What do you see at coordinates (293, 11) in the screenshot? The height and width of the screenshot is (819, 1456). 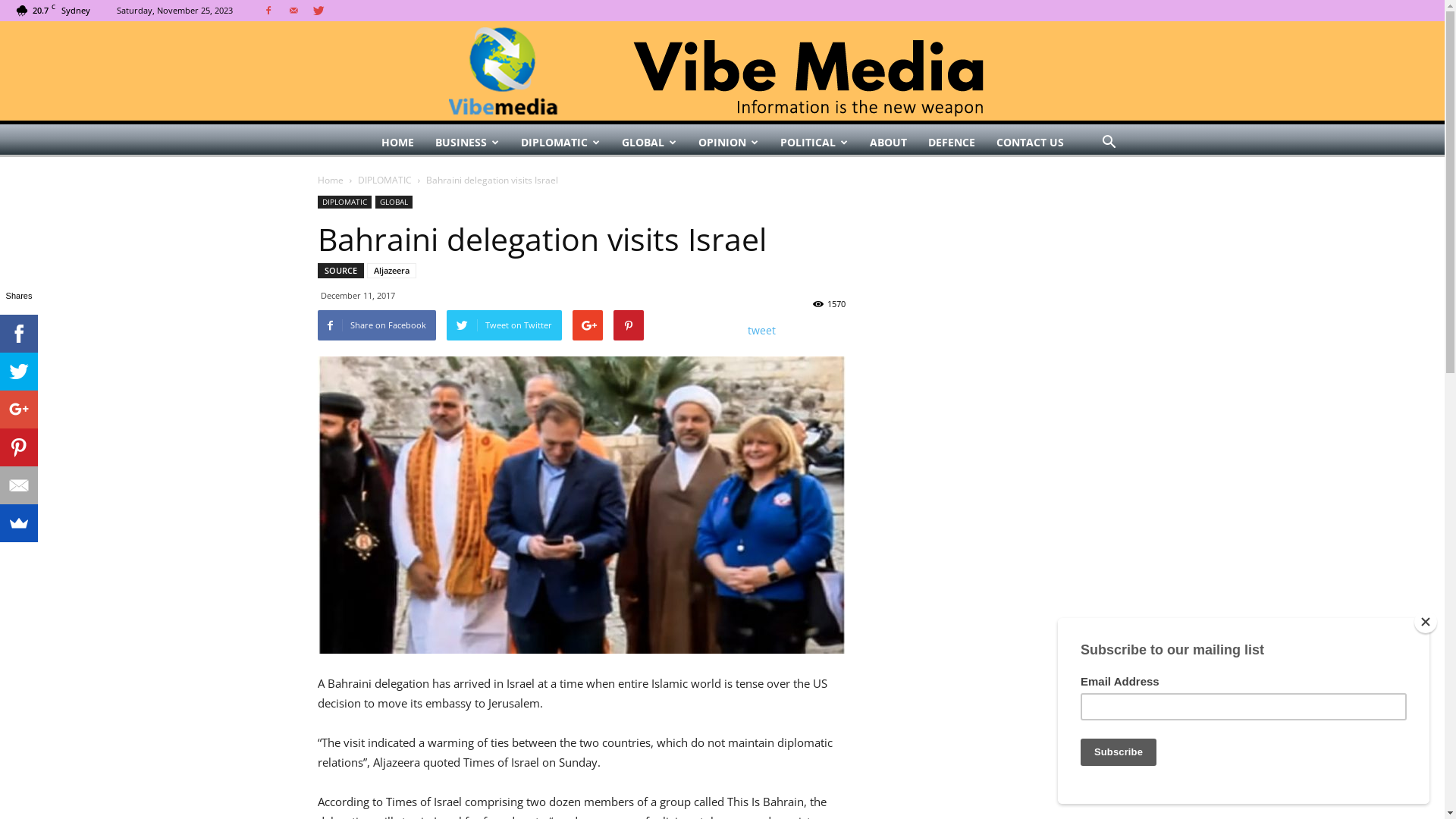 I see `'Mail'` at bounding box center [293, 11].